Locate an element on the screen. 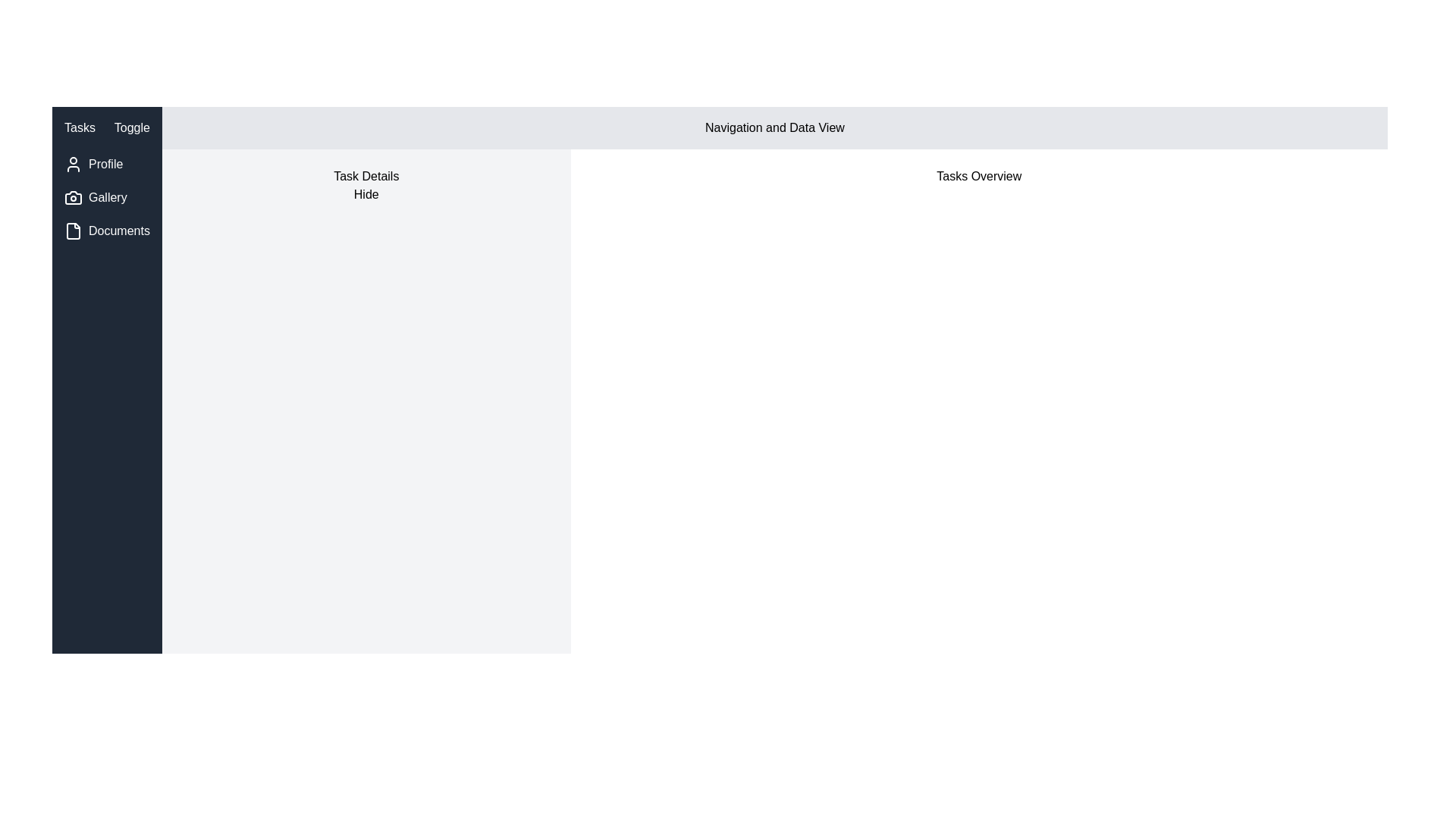 This screenshot has height=819, width=1456. the 'Profile' button in the vertical navigation bar at the top-left side of the interface to trigger a tooltip or highlight effect is located at coordinates (106, 164).